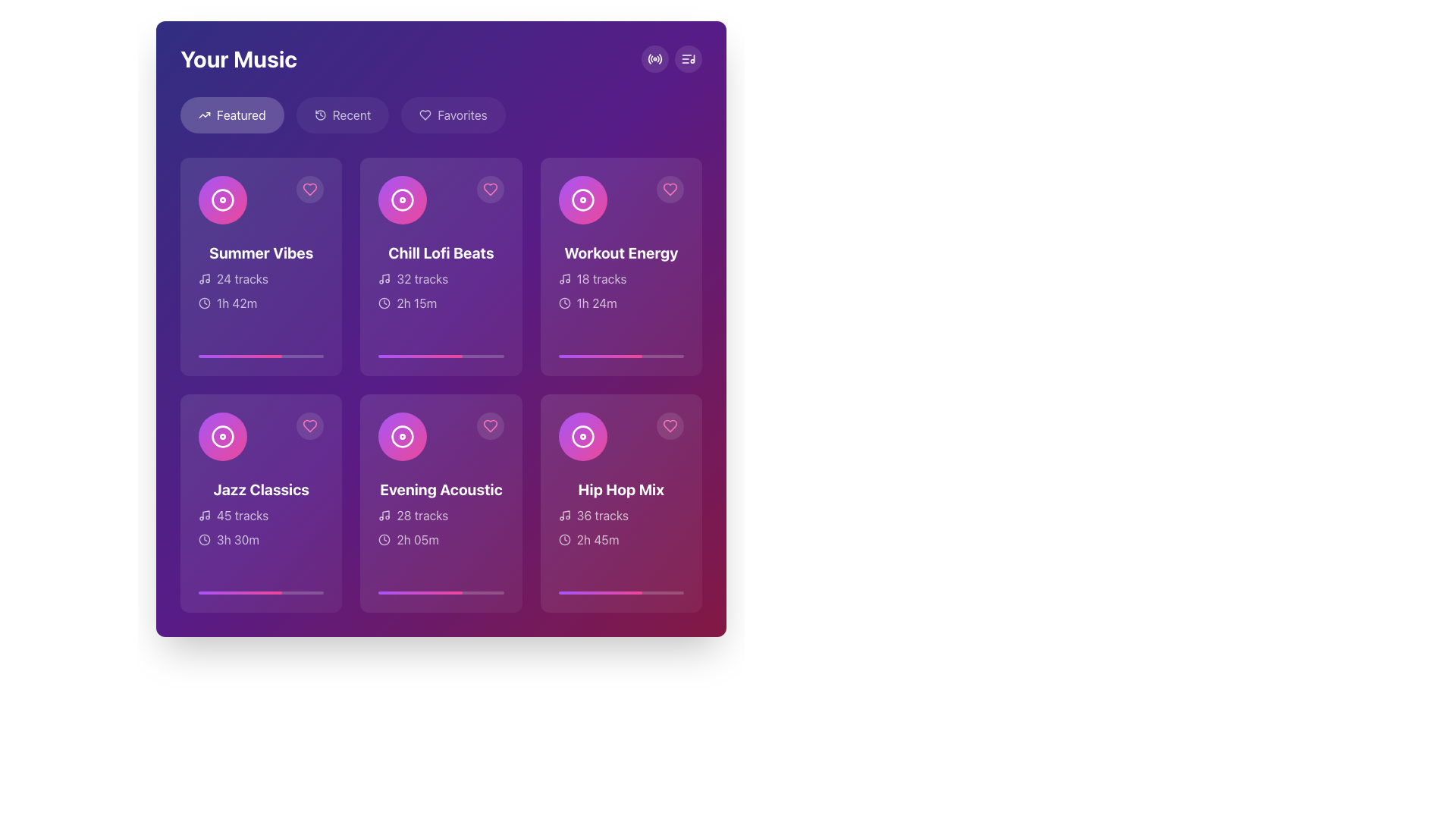 The image size is (1456, 819). Describe the element at coordinates (384, 303) in the screenshot. I see `the clock icon located within the 'Chill Lofi Beats' card, positioned to the left of the '2h 15m' text` at that location.